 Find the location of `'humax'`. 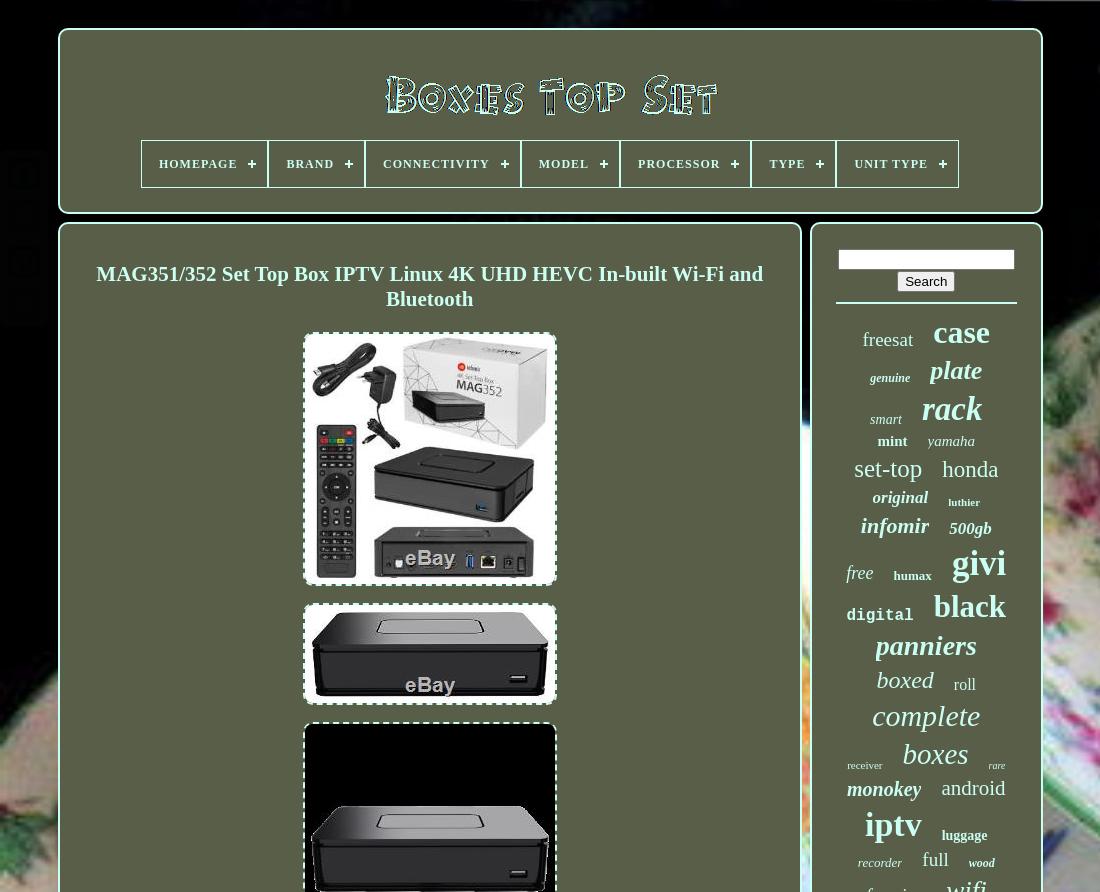

'humax' is located at coordinates (912, 574).